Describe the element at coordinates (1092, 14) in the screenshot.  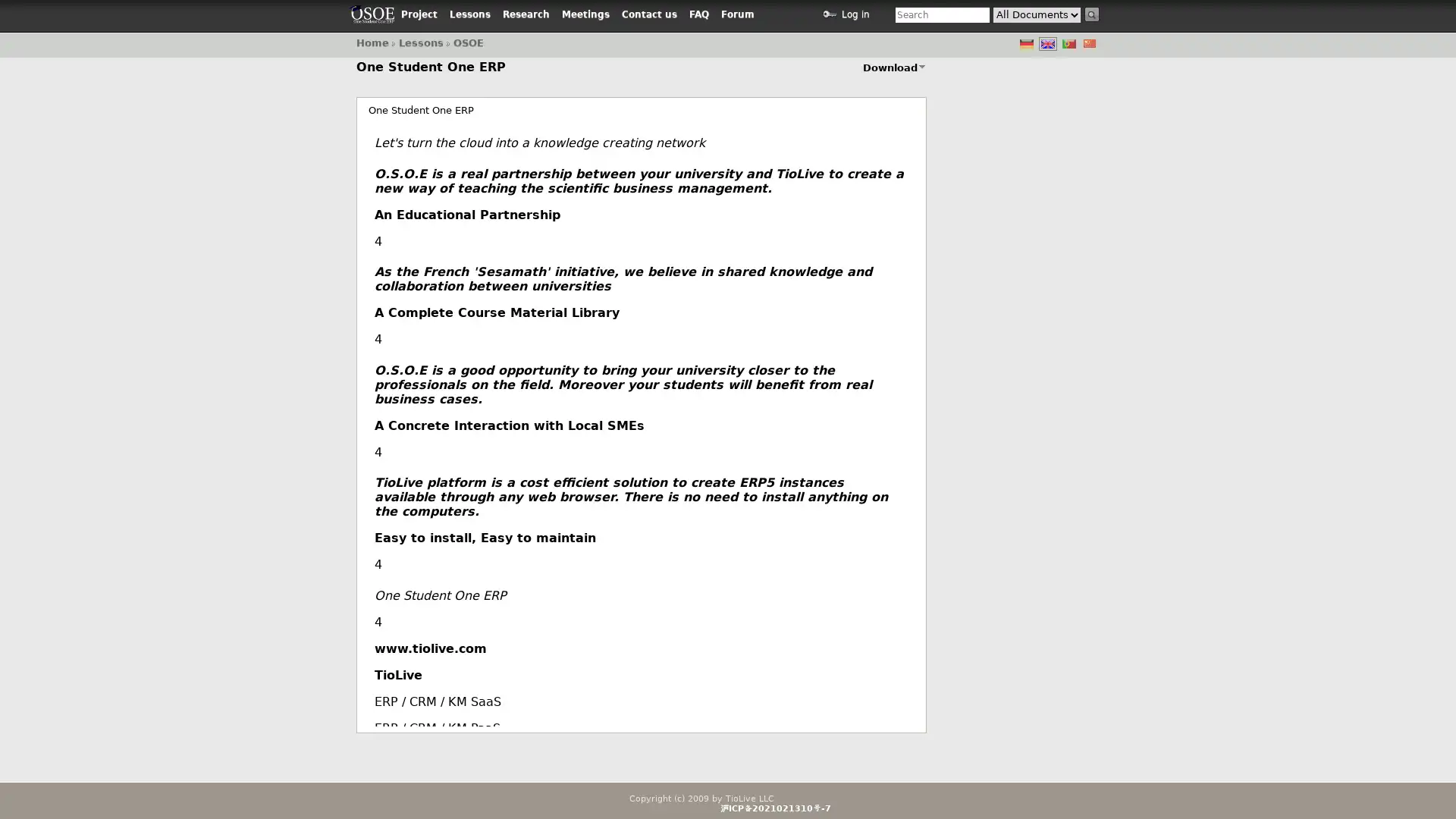
I see `Submit` at that location.